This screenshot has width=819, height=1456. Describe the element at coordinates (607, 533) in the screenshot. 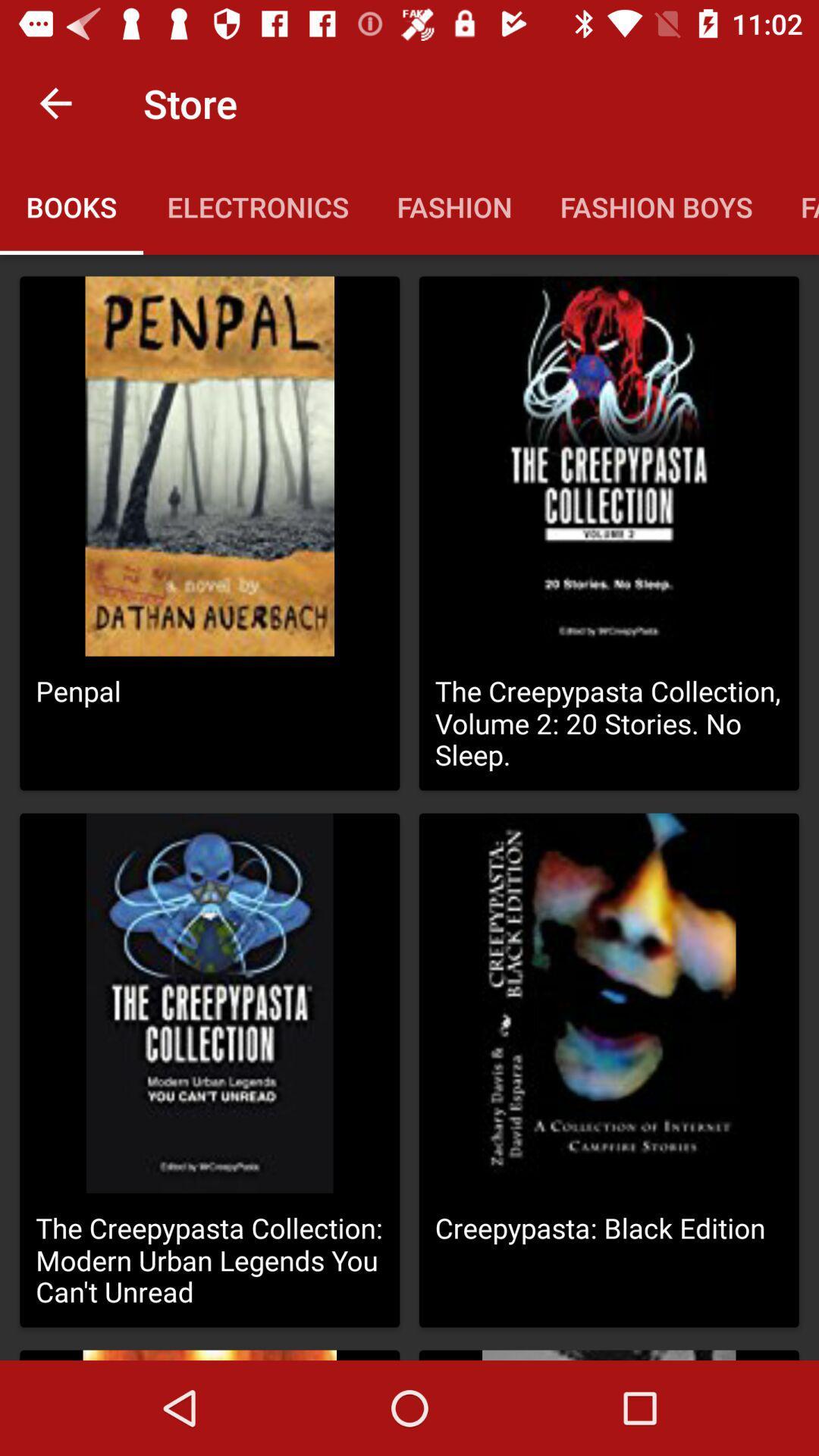

I see `the second block` at that location.